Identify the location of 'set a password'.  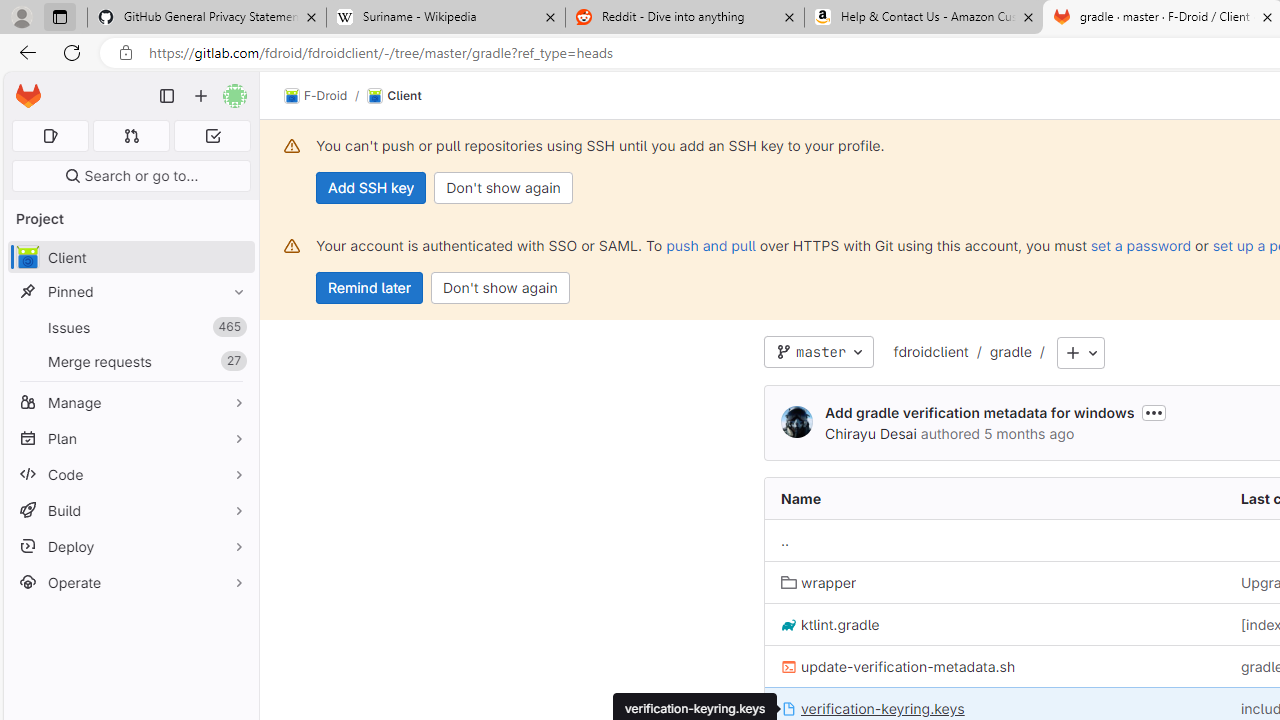
(1141, 244).